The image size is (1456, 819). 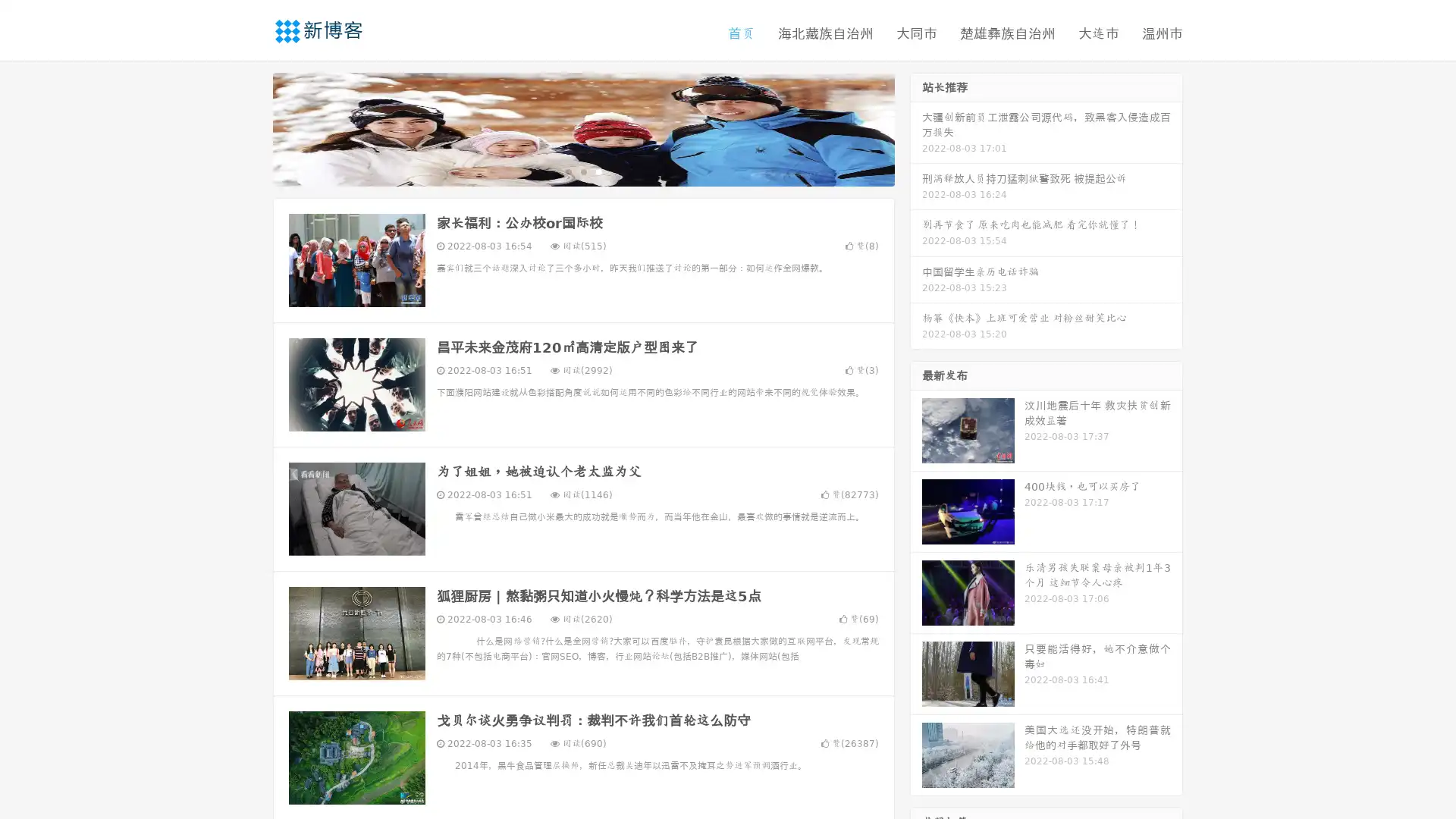 What do you see at coordinates (582, 171) in the screenshot?
I see `Go to slide 2` at bounding box center [582, 171].